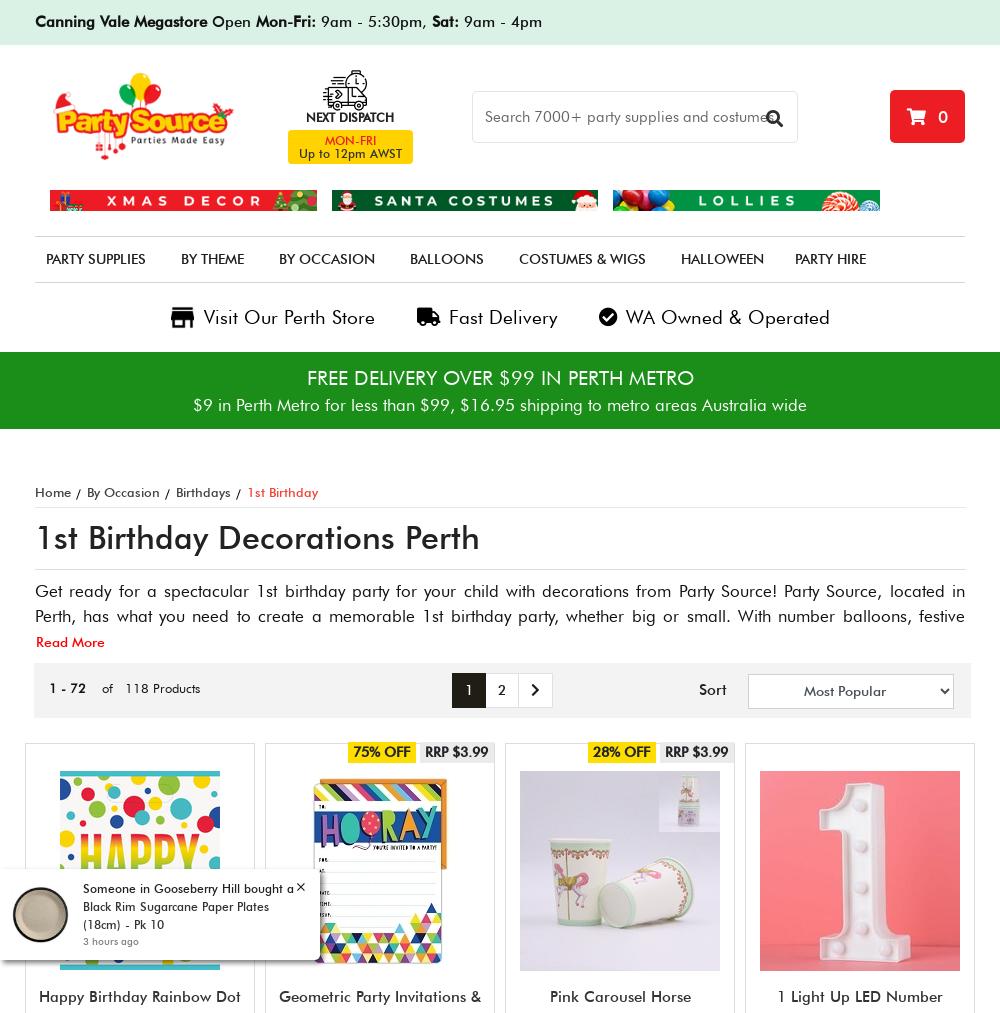 The height and width of the screenshot is (1013, 1000). What do you see at coordinates (446, 258) in the screenshot?
I see `'Balloons'` at bounding box center [446, 258].